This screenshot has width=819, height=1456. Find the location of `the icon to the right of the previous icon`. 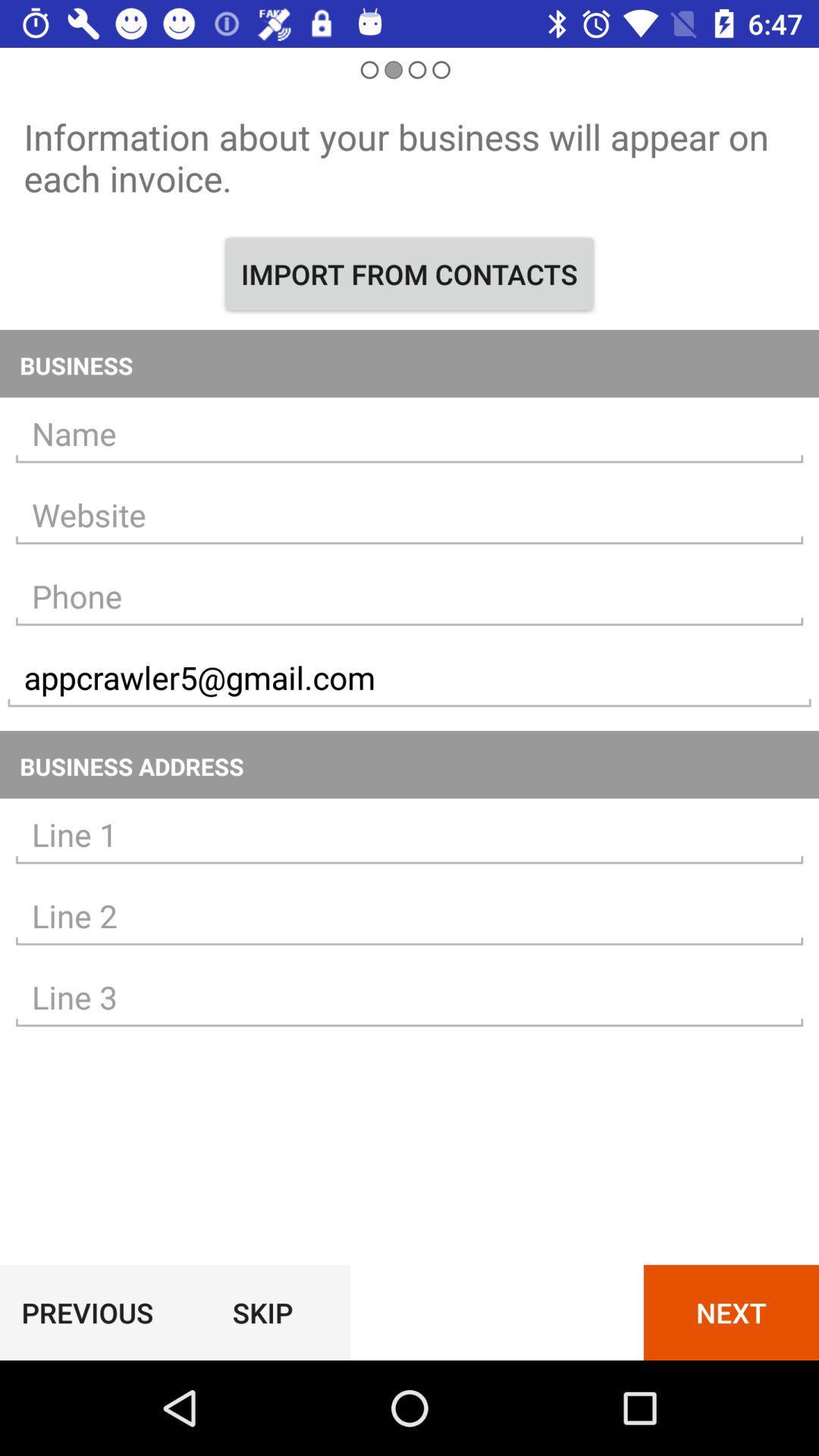

the icon to the right of the previous icon is located at coordinates (262, 1312).